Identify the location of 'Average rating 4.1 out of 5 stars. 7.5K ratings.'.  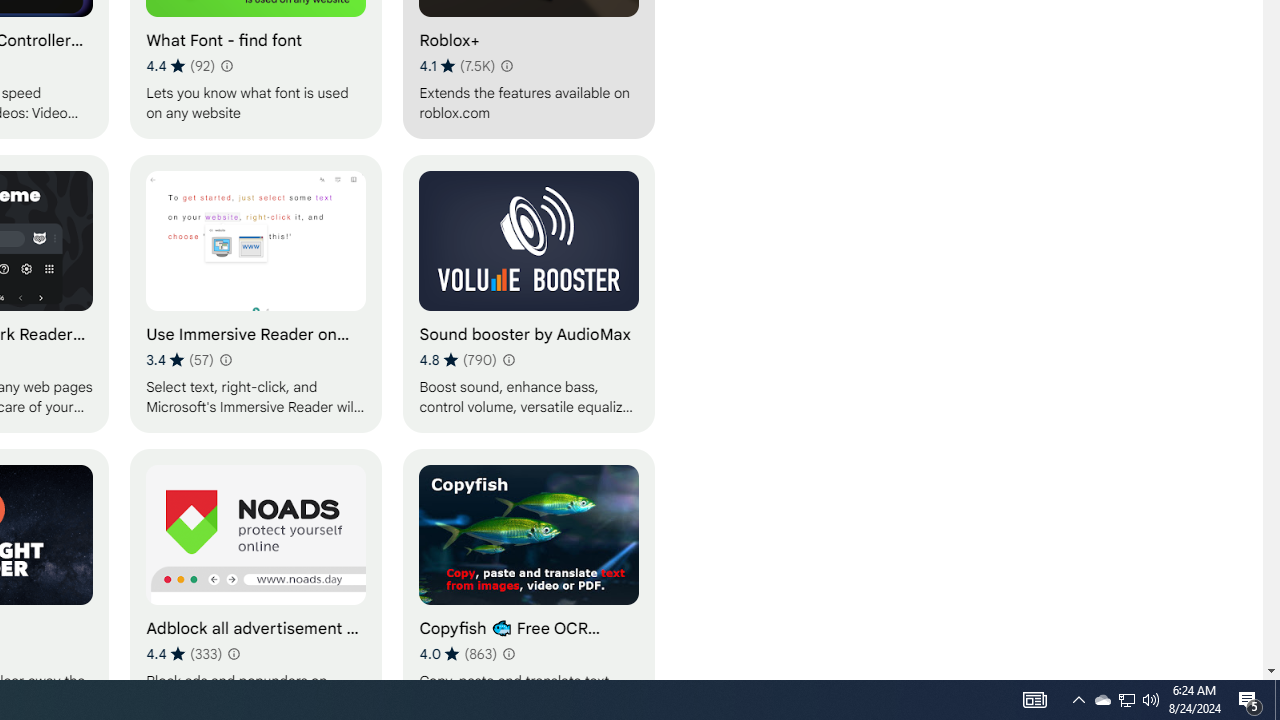
(456, 65).